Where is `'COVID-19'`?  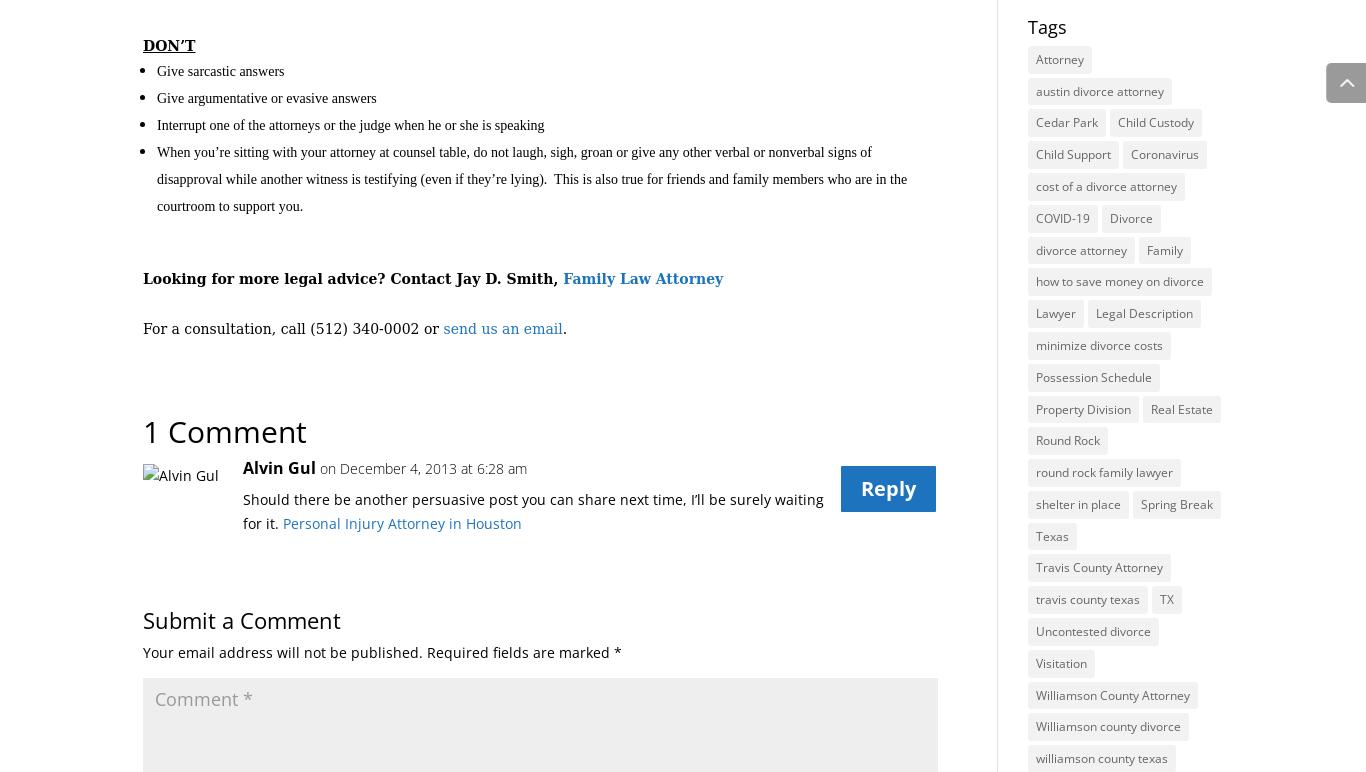
'COVID-19' is located at coordinates (1061, 217).